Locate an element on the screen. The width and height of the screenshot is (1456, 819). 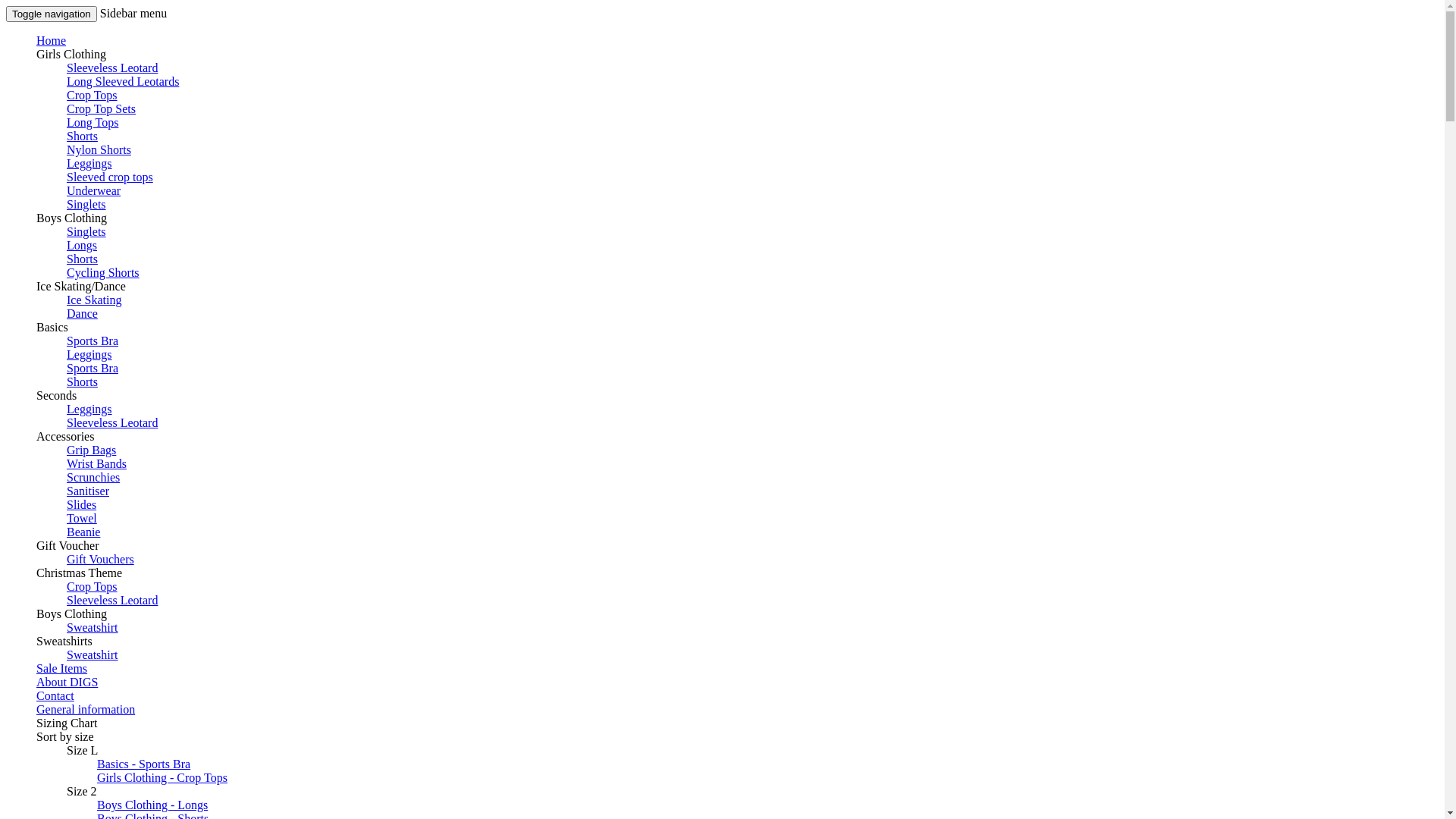
'Sweatshirt' is located at coordinates (91, 654).